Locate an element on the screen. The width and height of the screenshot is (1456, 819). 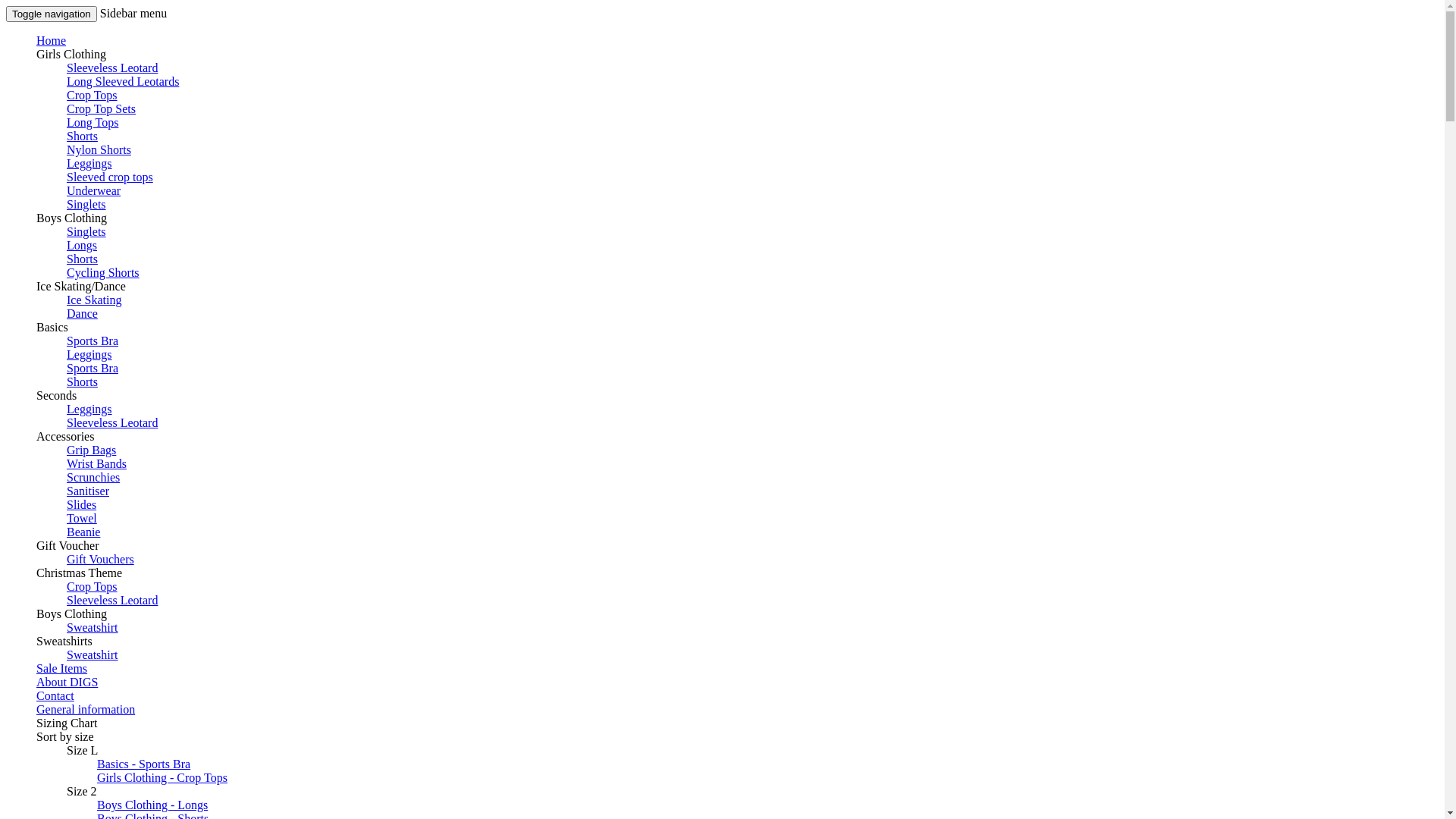
'Sweatshirt' is located at coordinates (91, 654).